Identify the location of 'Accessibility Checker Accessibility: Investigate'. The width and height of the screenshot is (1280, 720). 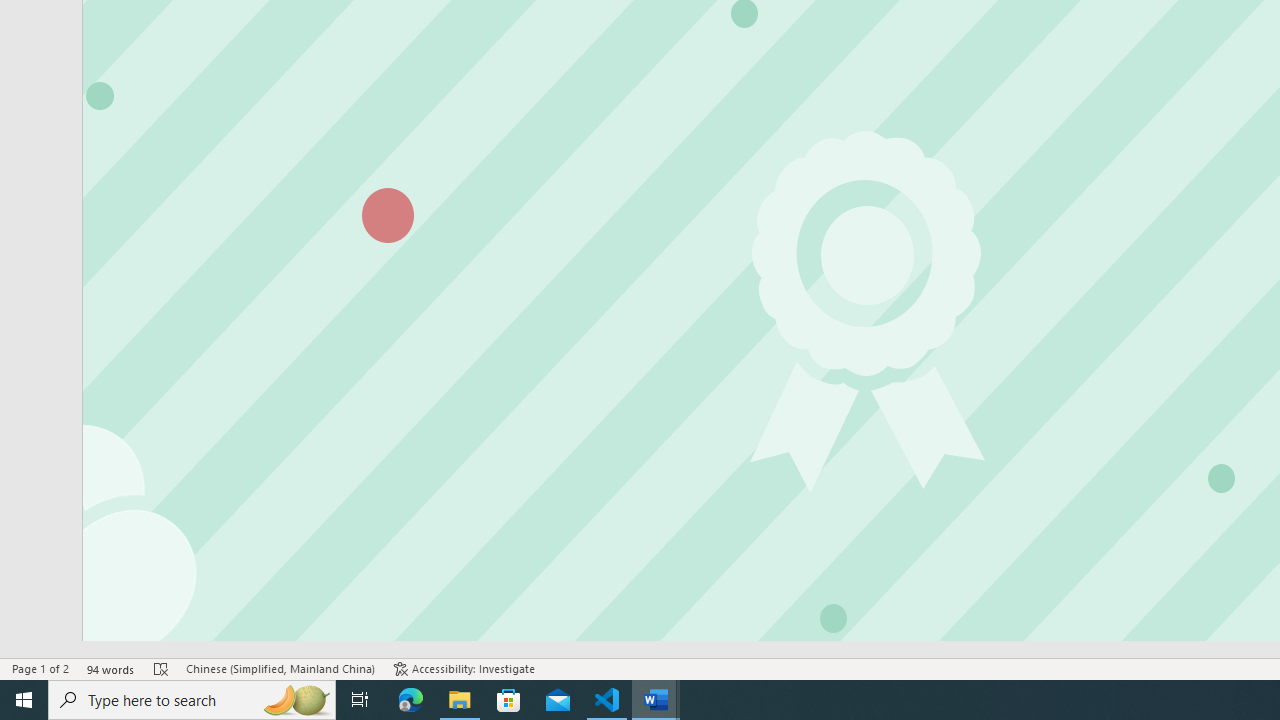
(463, 669).